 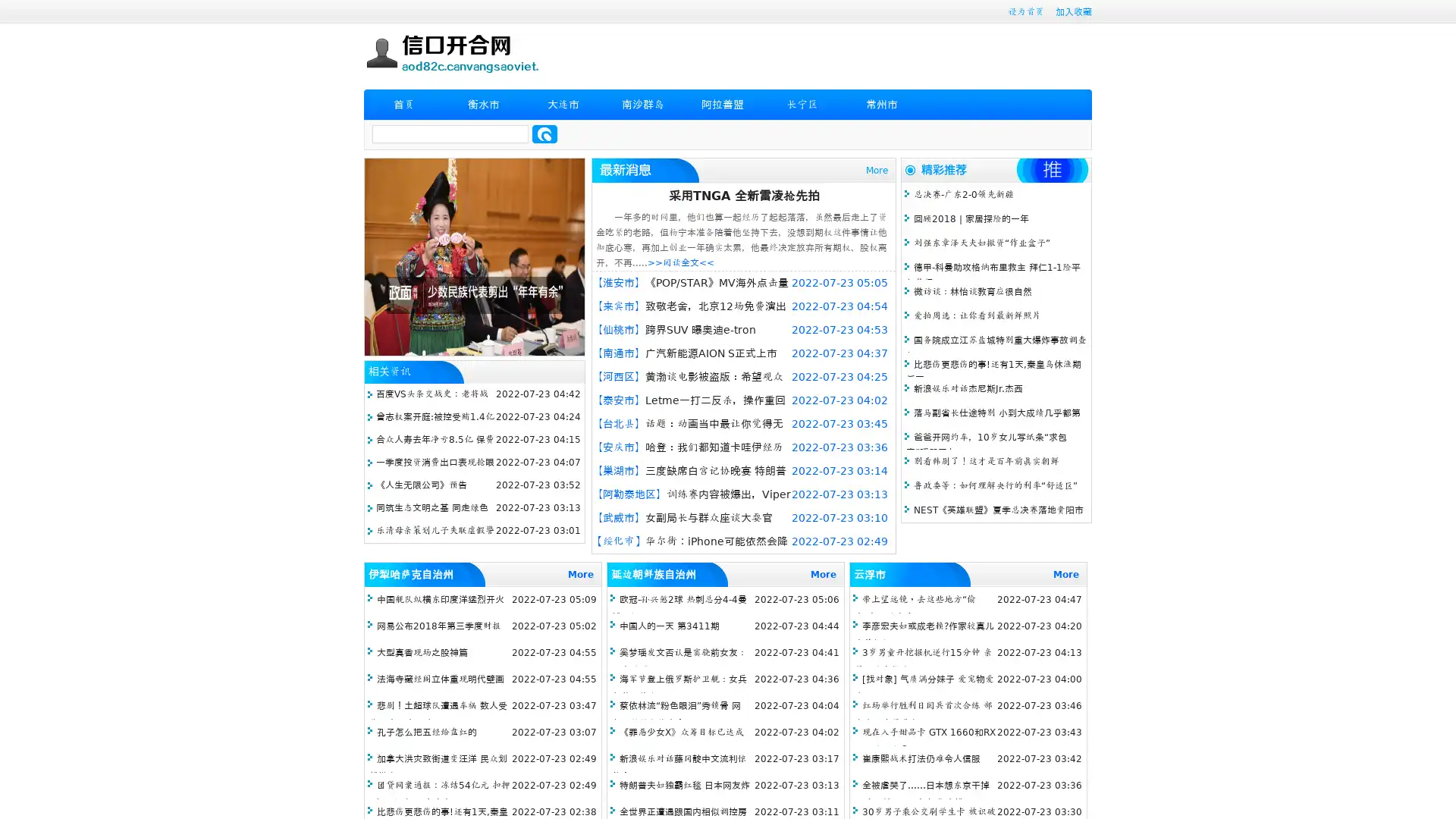 What do you see at coordinates (544, 133) in the screenshot?
I see `Search` at bounding box center [544, 133].